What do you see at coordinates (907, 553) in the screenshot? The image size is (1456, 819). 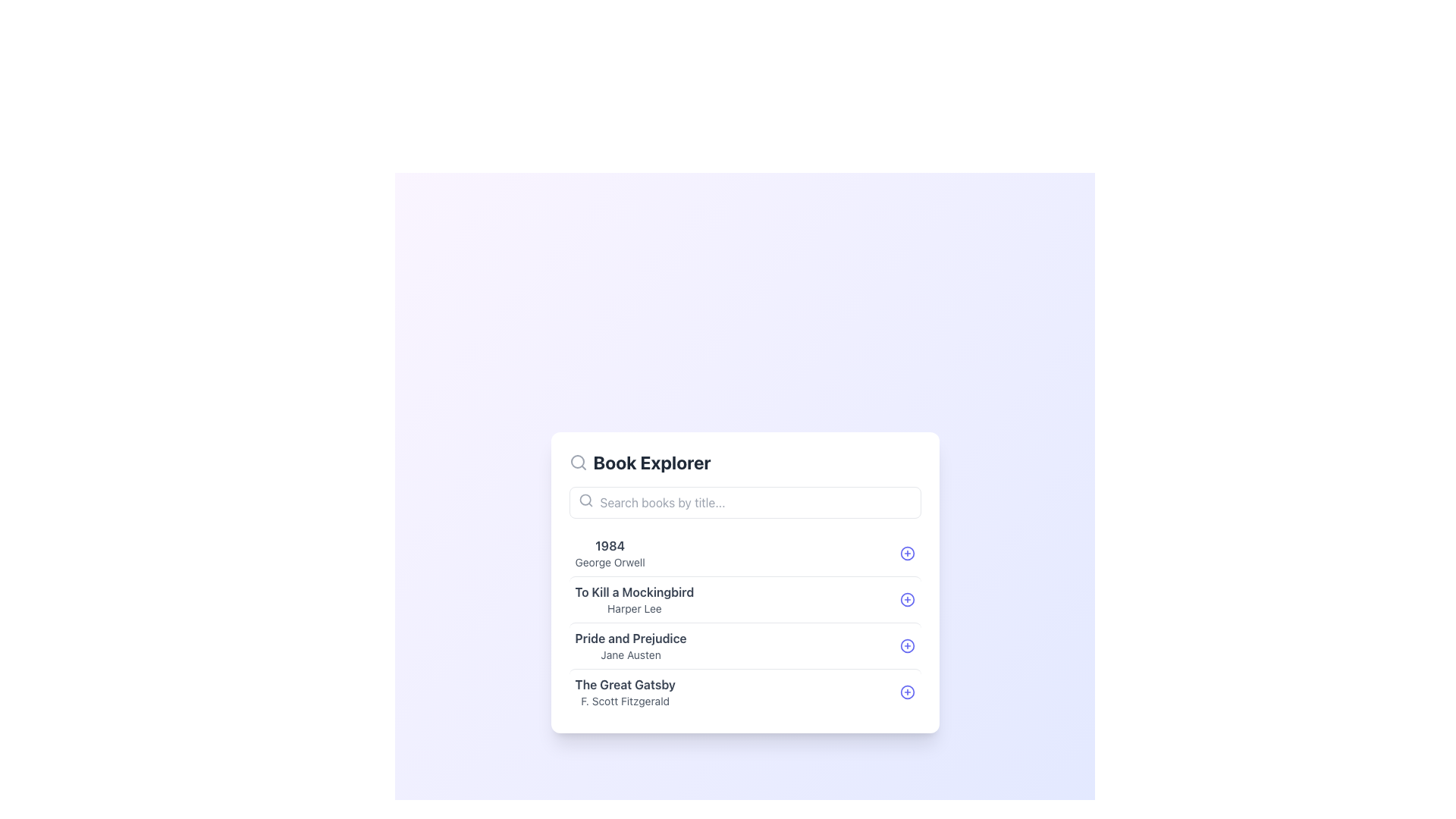 I see `the button-like icon located at the right end of the row containing the text '1984' by George Orwell` at bounding box center [907, 553].